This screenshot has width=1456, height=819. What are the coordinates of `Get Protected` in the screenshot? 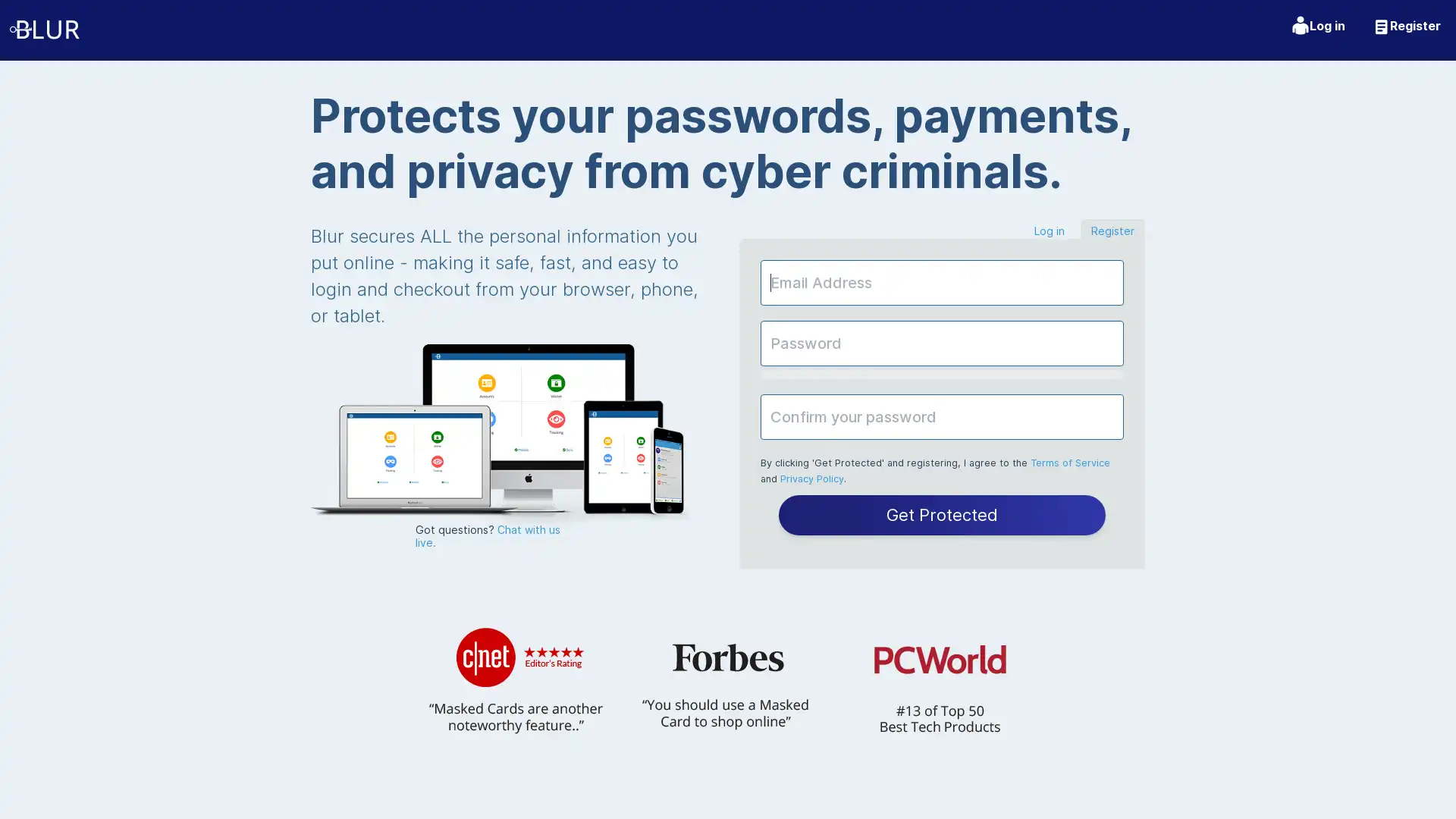 It's located at (941, 513).